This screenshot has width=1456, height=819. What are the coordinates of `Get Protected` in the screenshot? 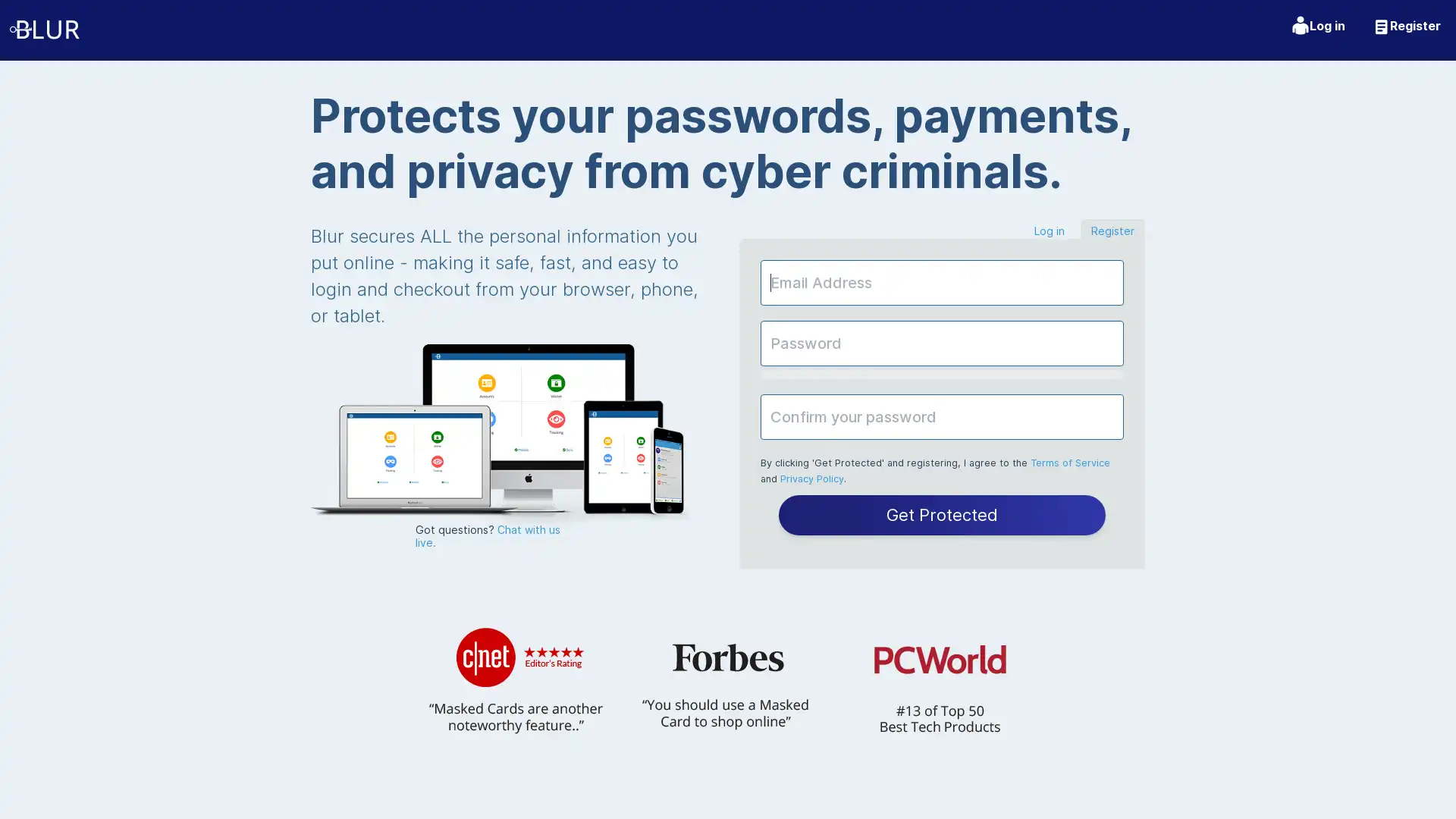 It's located at (941, 513).